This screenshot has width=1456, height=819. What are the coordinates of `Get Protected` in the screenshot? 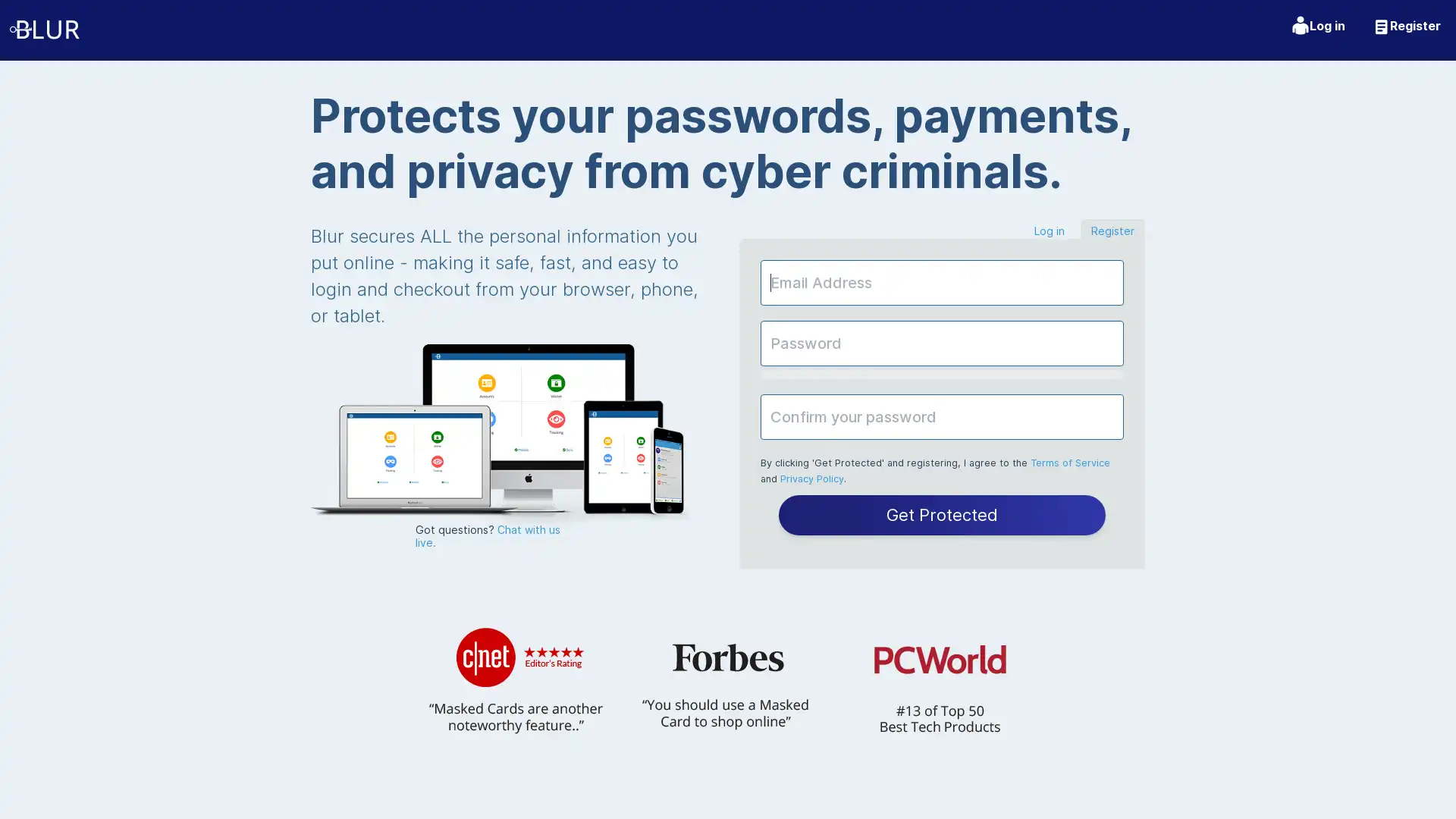 It's located at (941, 513).